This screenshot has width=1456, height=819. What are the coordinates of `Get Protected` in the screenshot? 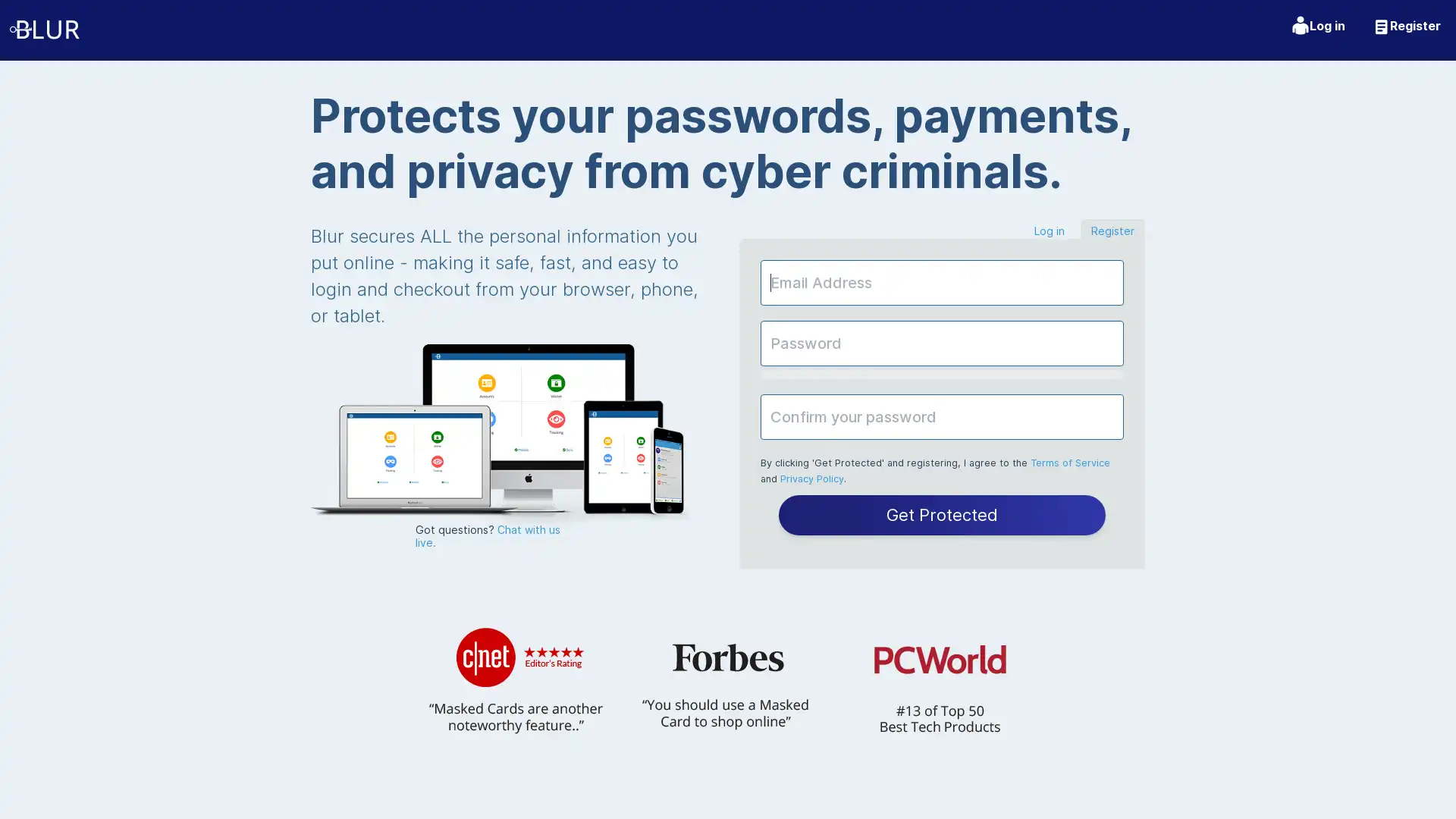 It's located at (941, 513).